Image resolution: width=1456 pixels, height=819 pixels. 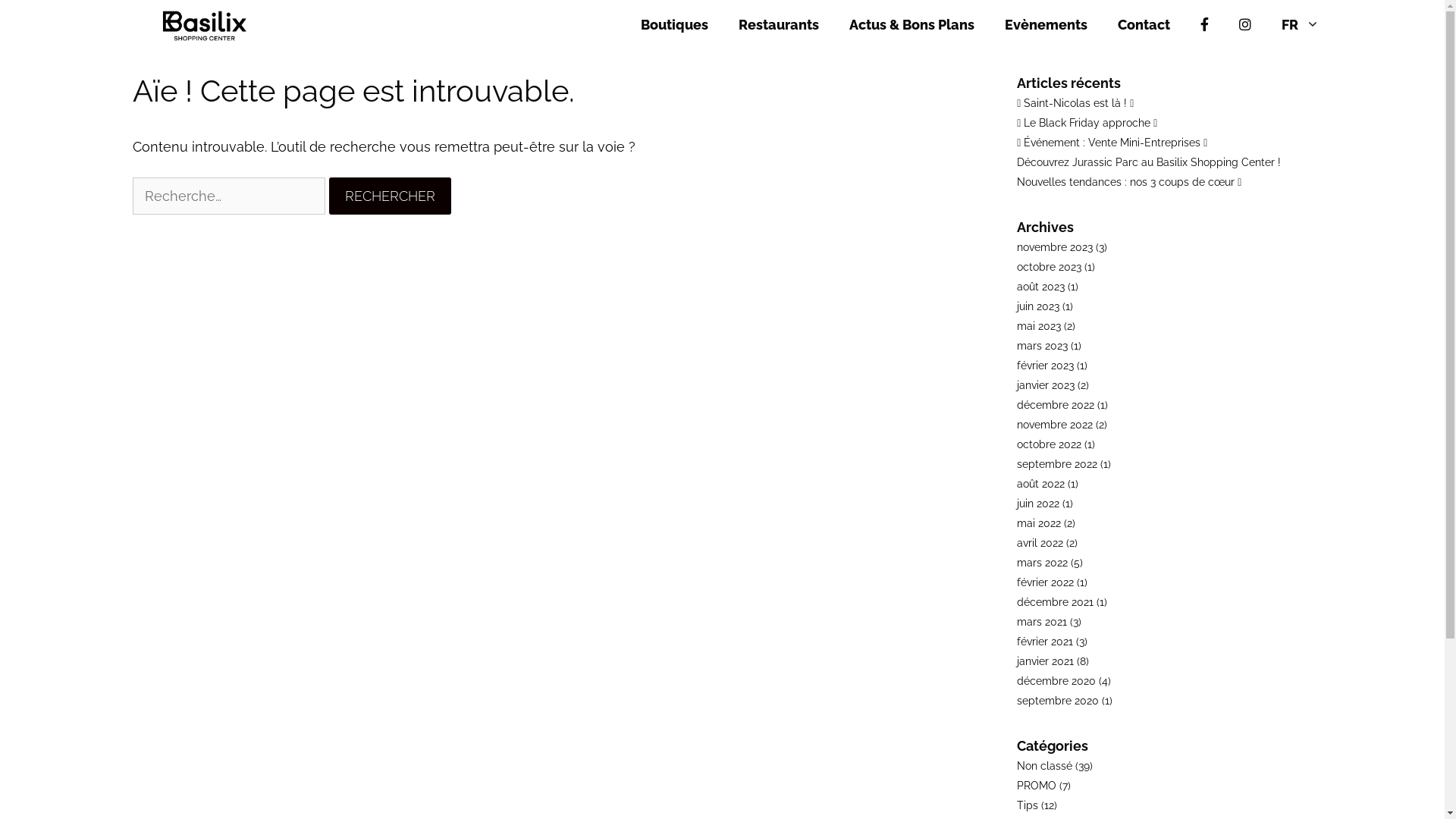 What do you see at coordinates (1044, 384) in the screenshot?
I see `'janvier 2023'` at bounding box center [1044, 384].